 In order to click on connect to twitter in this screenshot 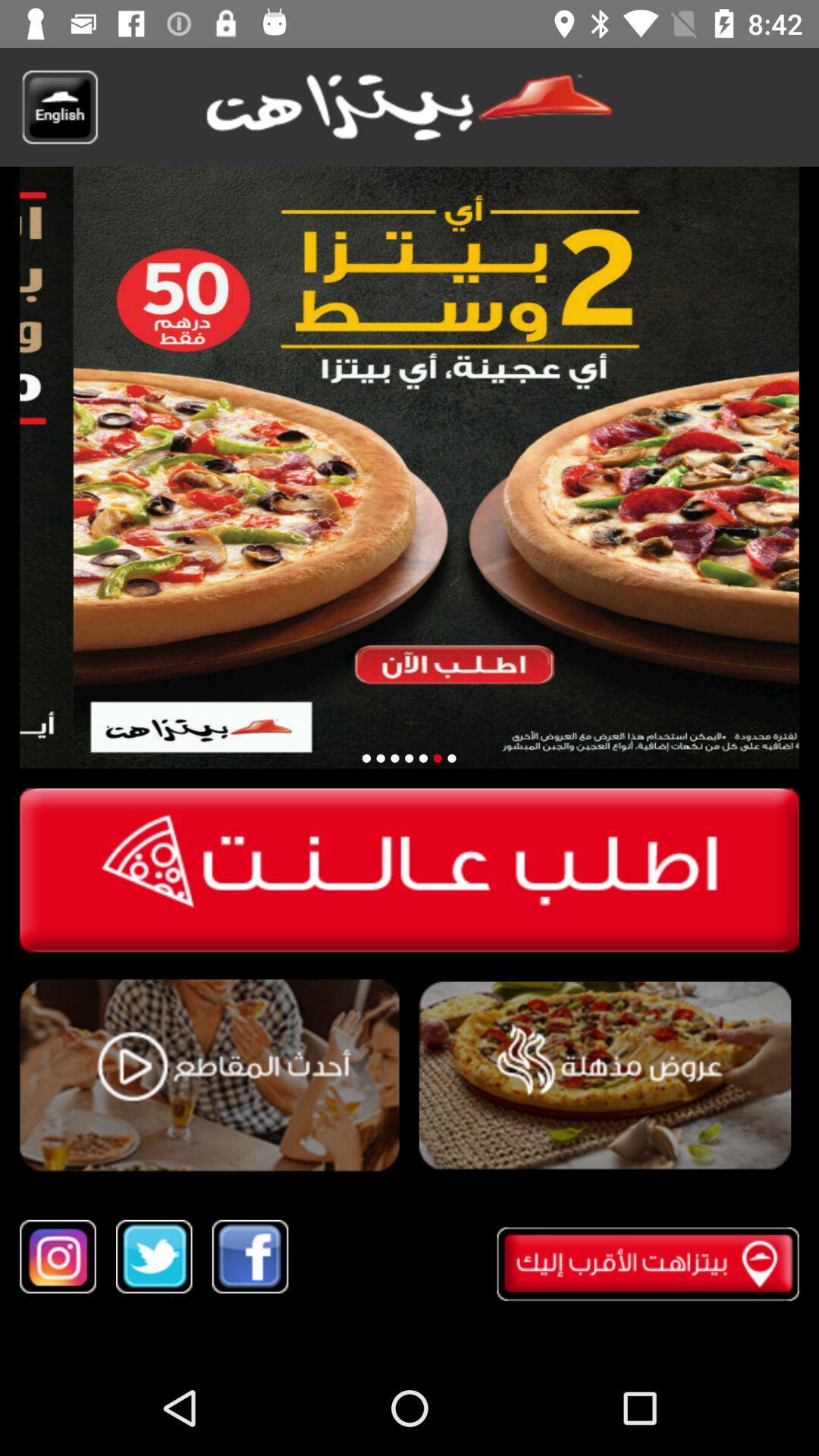, I will do `click(154, 1257)`.